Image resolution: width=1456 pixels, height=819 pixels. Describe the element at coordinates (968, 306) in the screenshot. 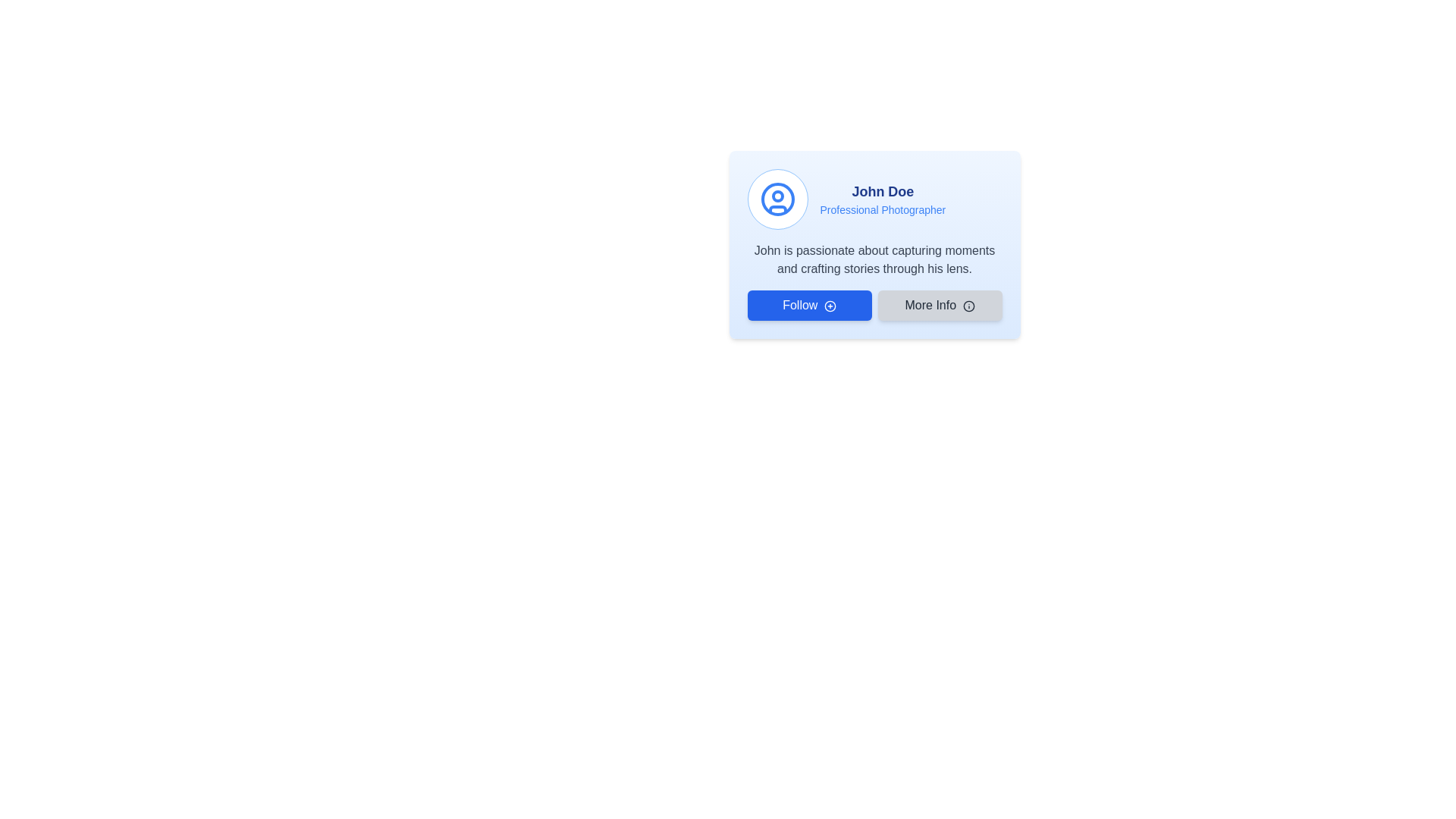

I see `the SVG Circle Element, which is a circular border with a light background located adjacent to the 'More Info' button in the bottom-right area of the user card, for visual feedback` at that location.